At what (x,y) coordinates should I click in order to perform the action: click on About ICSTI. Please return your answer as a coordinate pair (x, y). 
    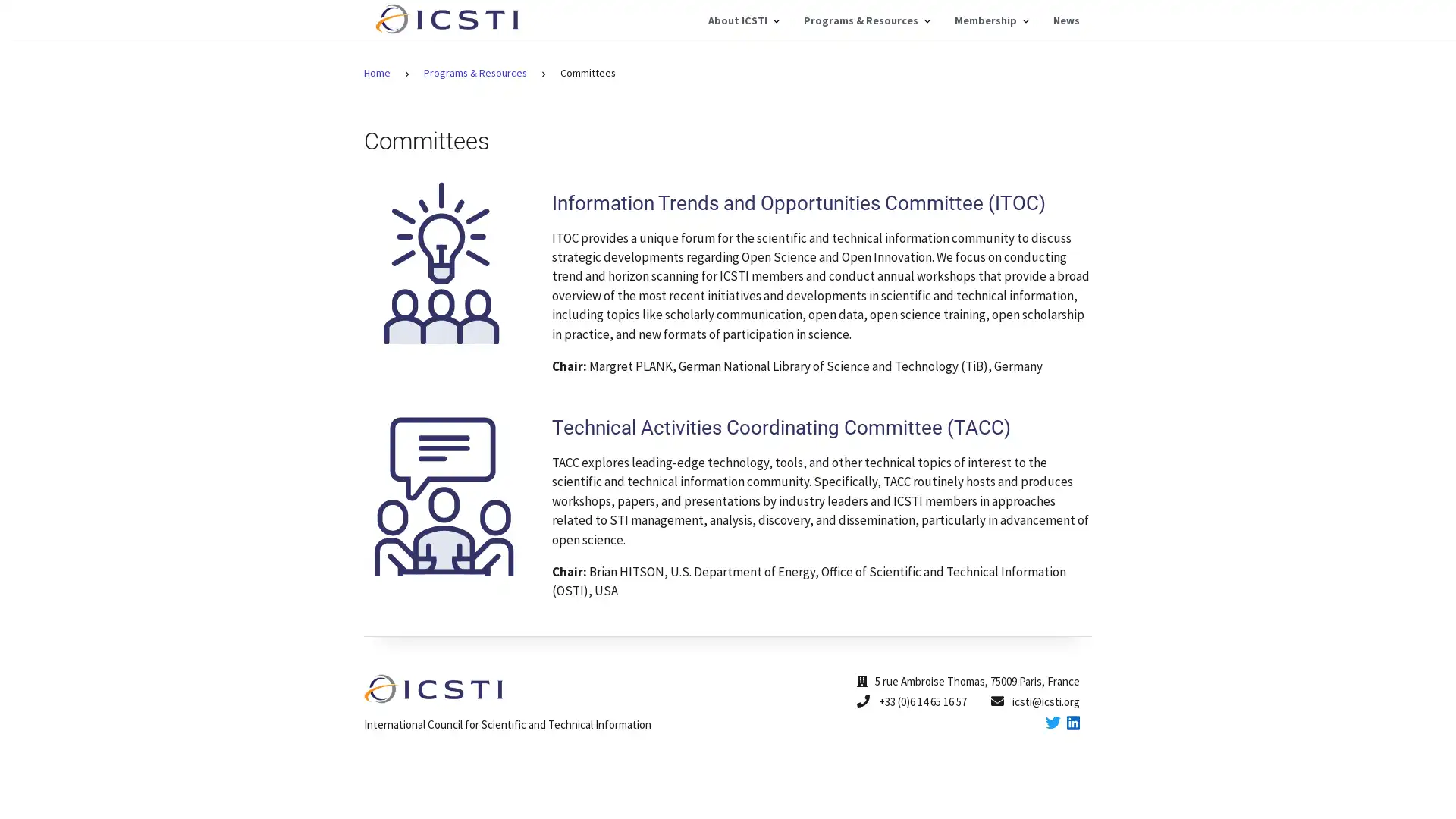
    Looking at the image, I should click on (743, 20).